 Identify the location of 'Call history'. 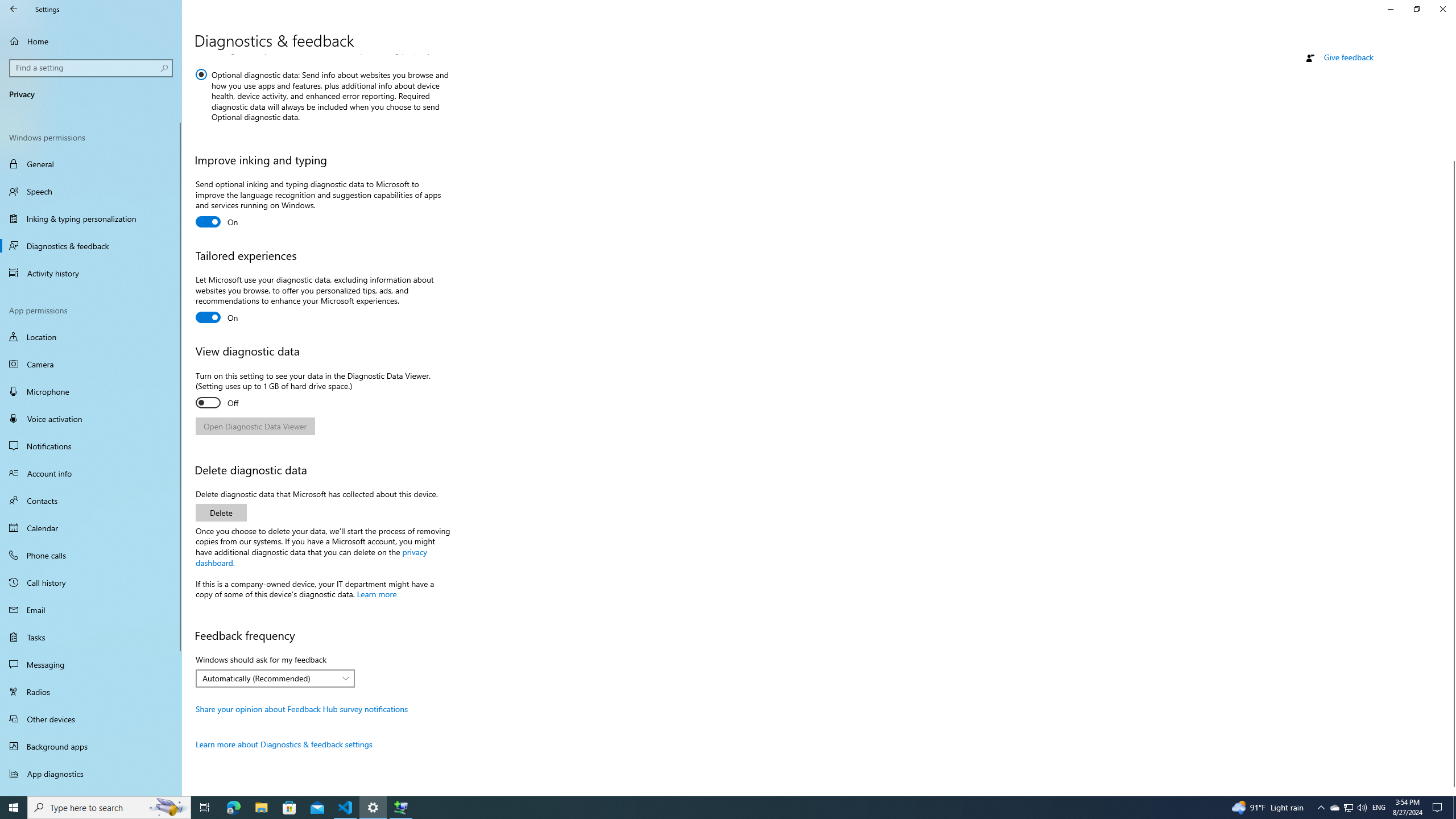
(90, 581).